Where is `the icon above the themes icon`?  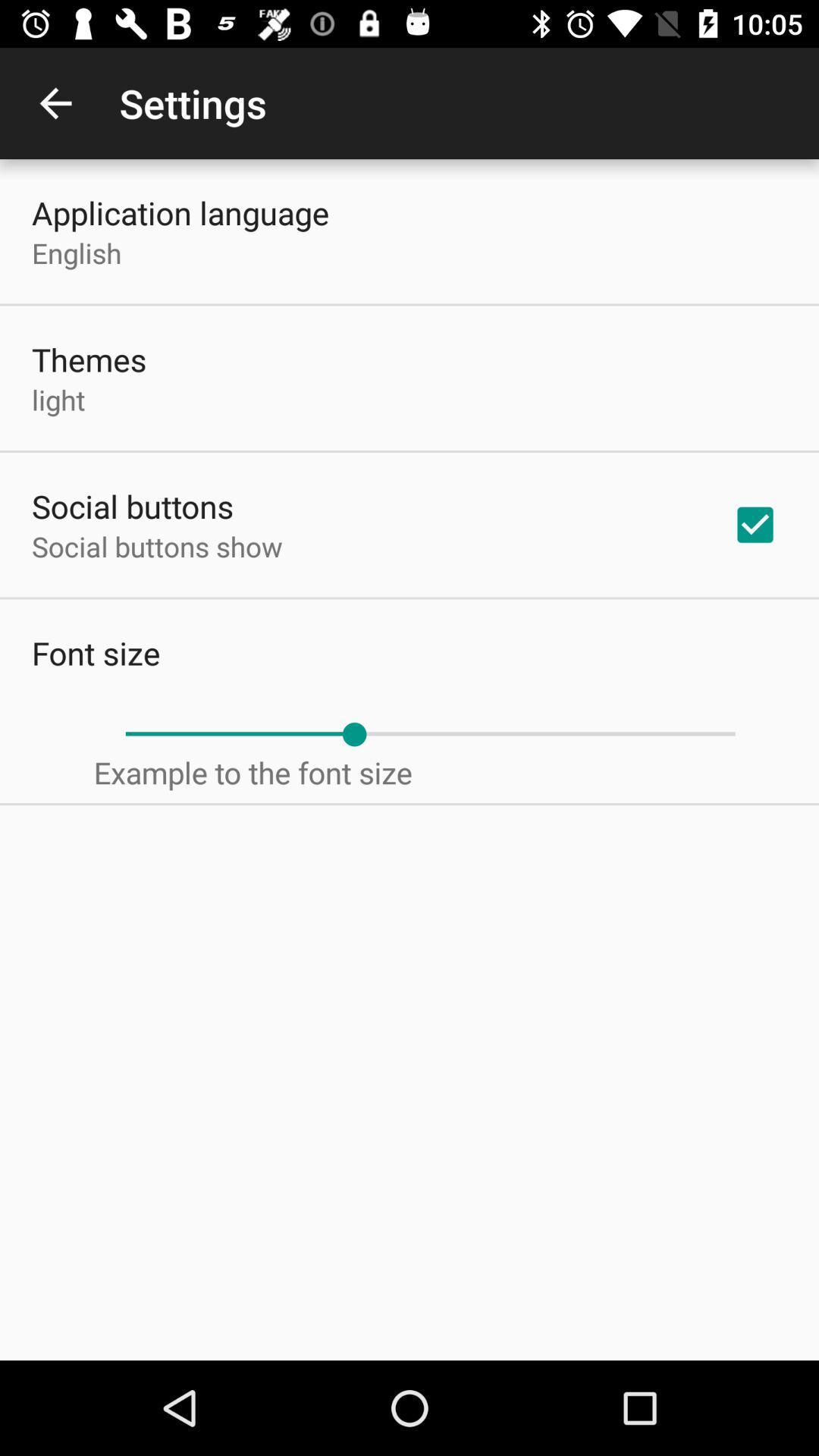
the icon above the themes icon is located at coordinates (77, 253).